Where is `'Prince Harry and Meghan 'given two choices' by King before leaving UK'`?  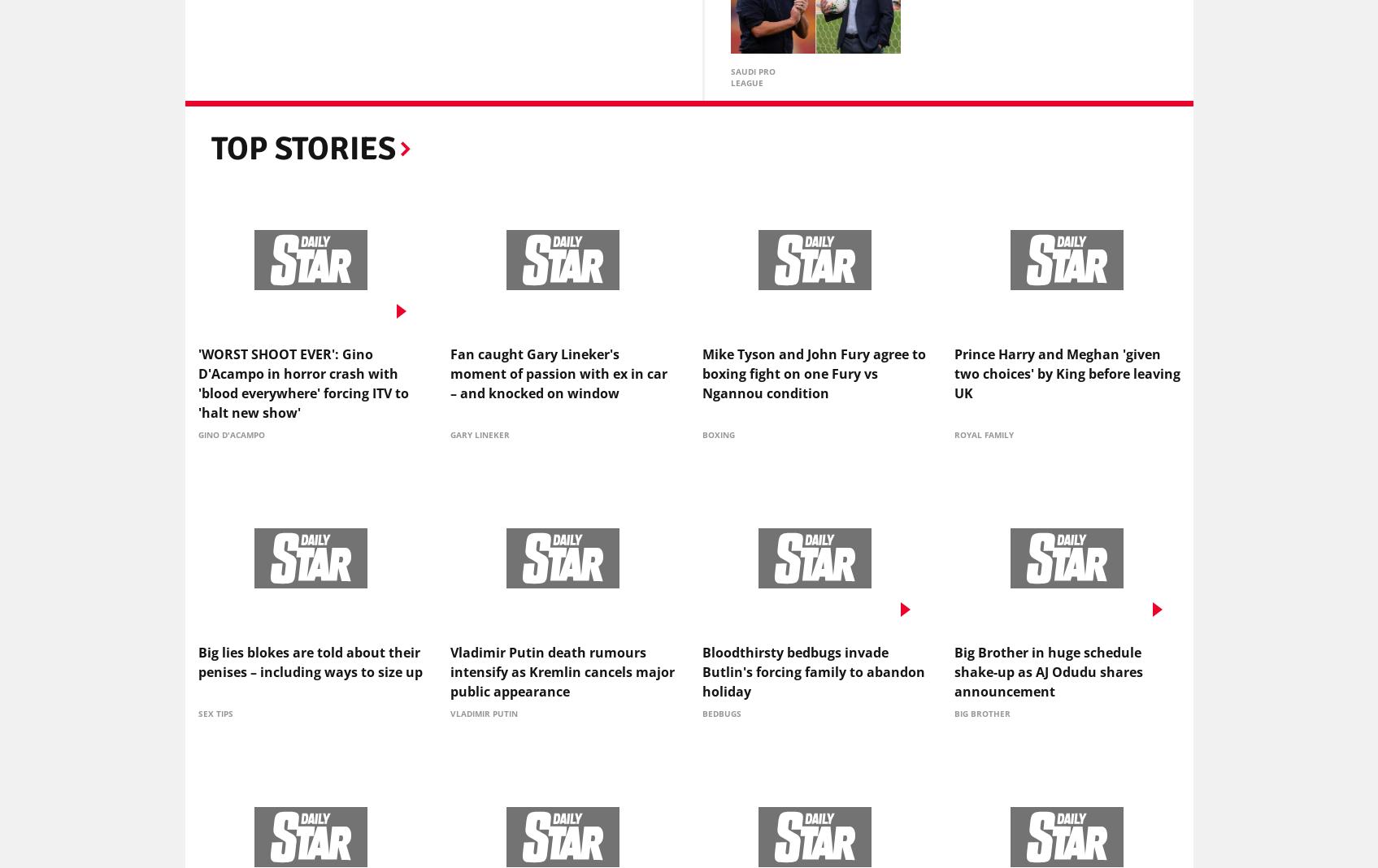 'Prince Harry and Meghan 'given two choices' by King before leaving UK' is located at coordinates (1066, 378).